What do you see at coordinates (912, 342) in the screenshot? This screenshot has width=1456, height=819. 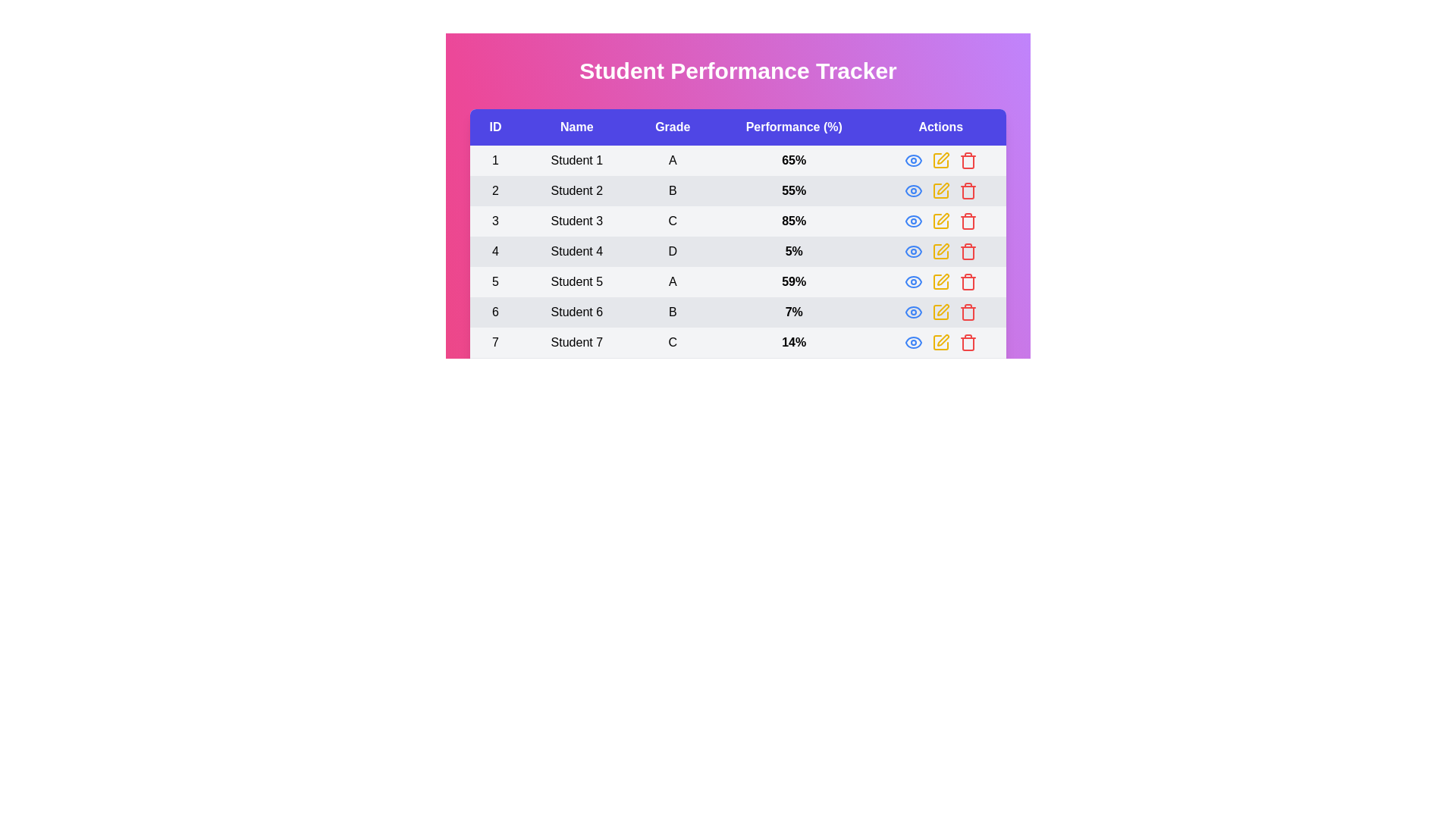 I see `'eye' icon in the 'Actions' column for the student with ID 7` at bounding box center [912, 342].